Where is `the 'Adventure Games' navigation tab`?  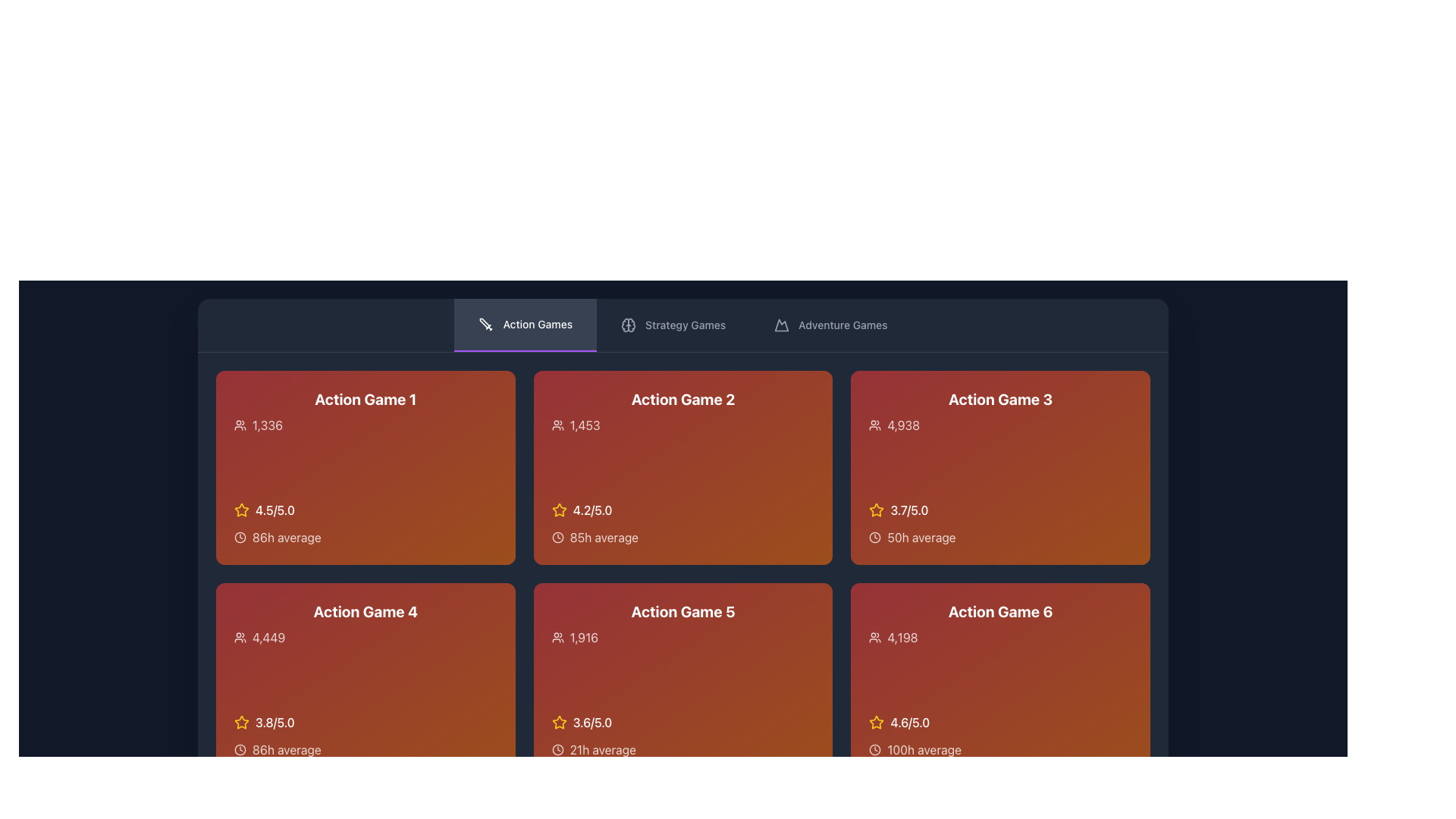 the 'Adventure Games' navigation tab is located at coordinates (842, 324).